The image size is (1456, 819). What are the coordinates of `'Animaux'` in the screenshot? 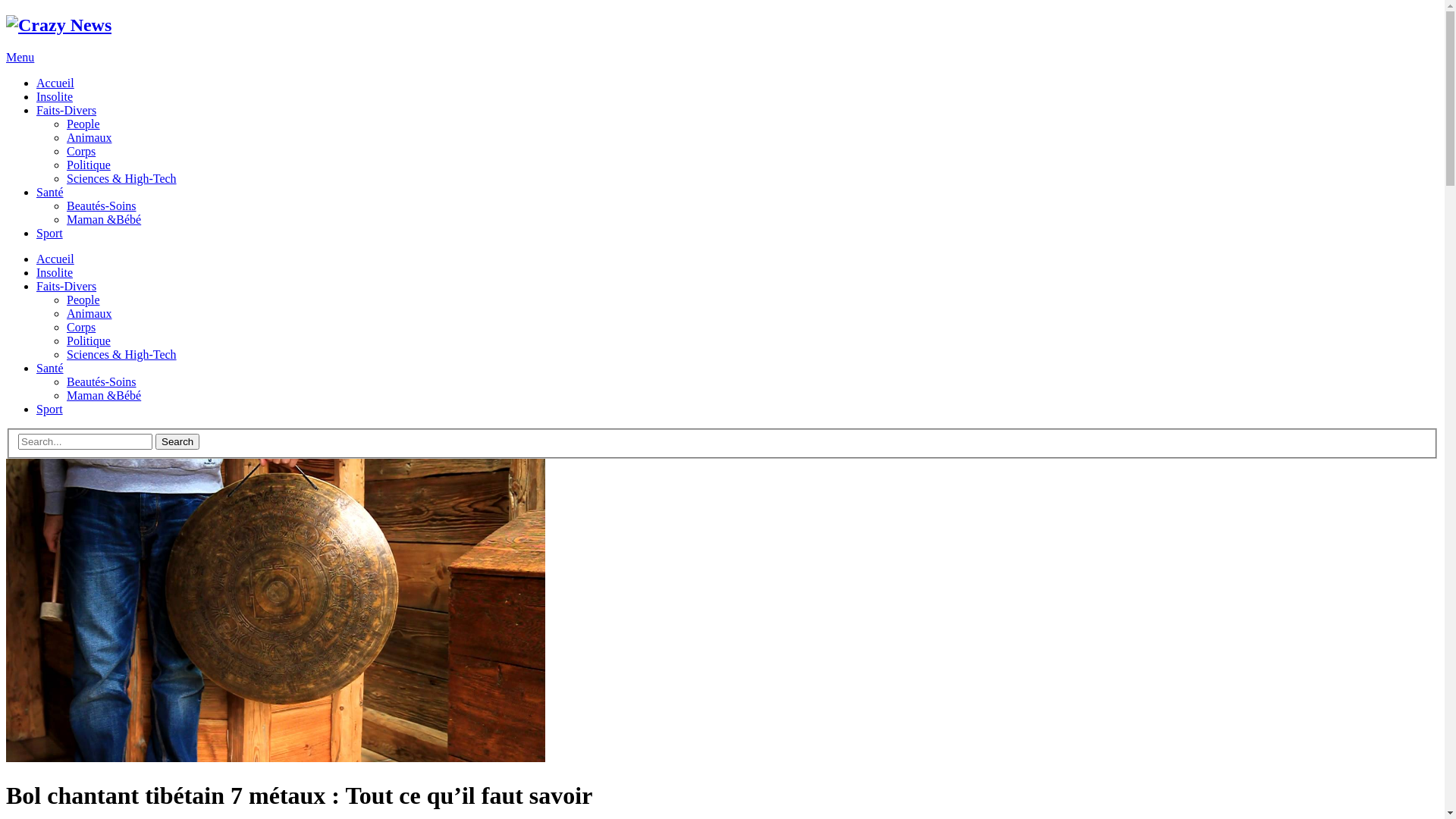 It's located at (89, 312).